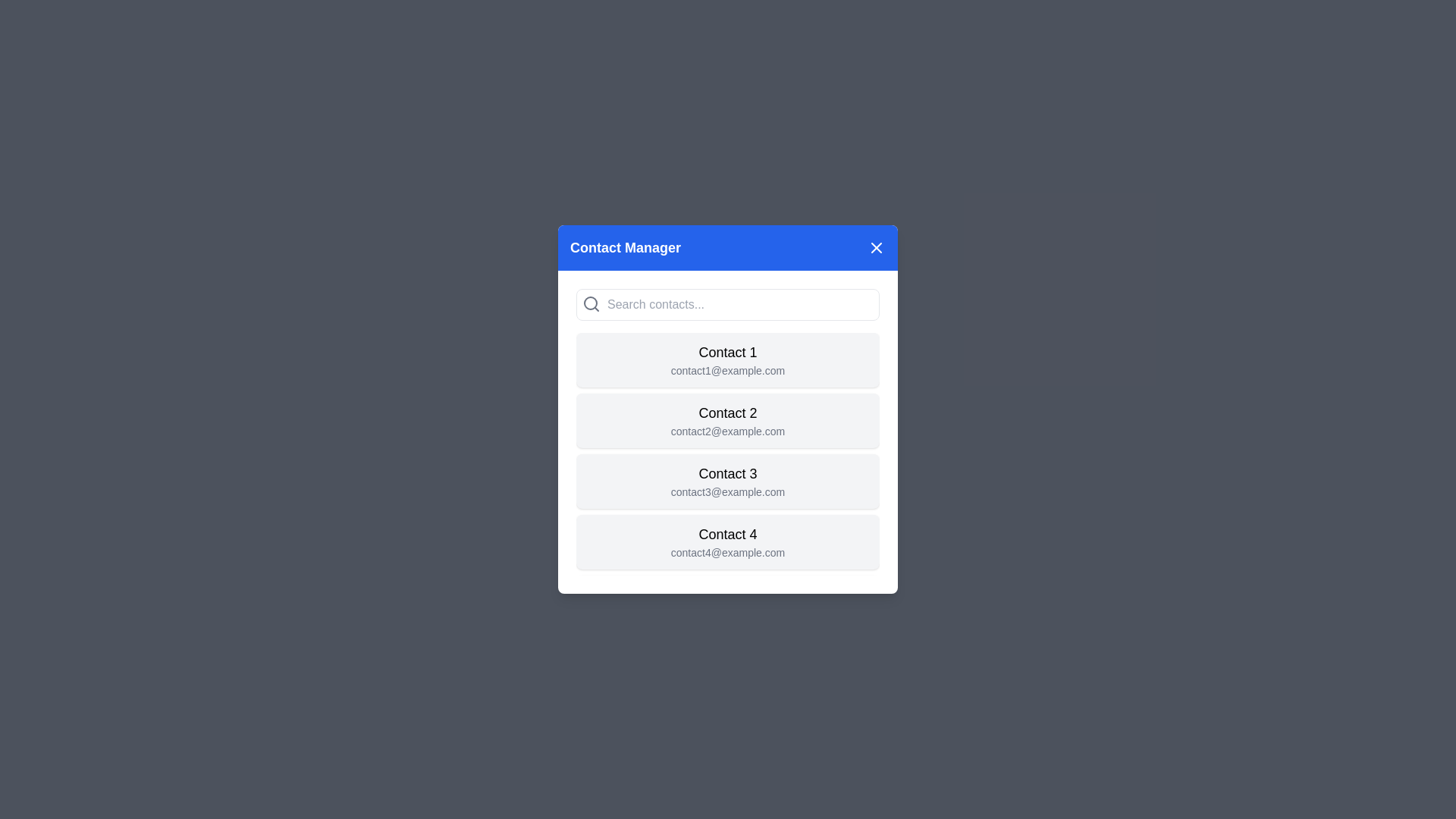  Describe the element at coordinates (728, 247) in the screenshot. I see `the blue bar at the top of the Contact Manager component` at that location.